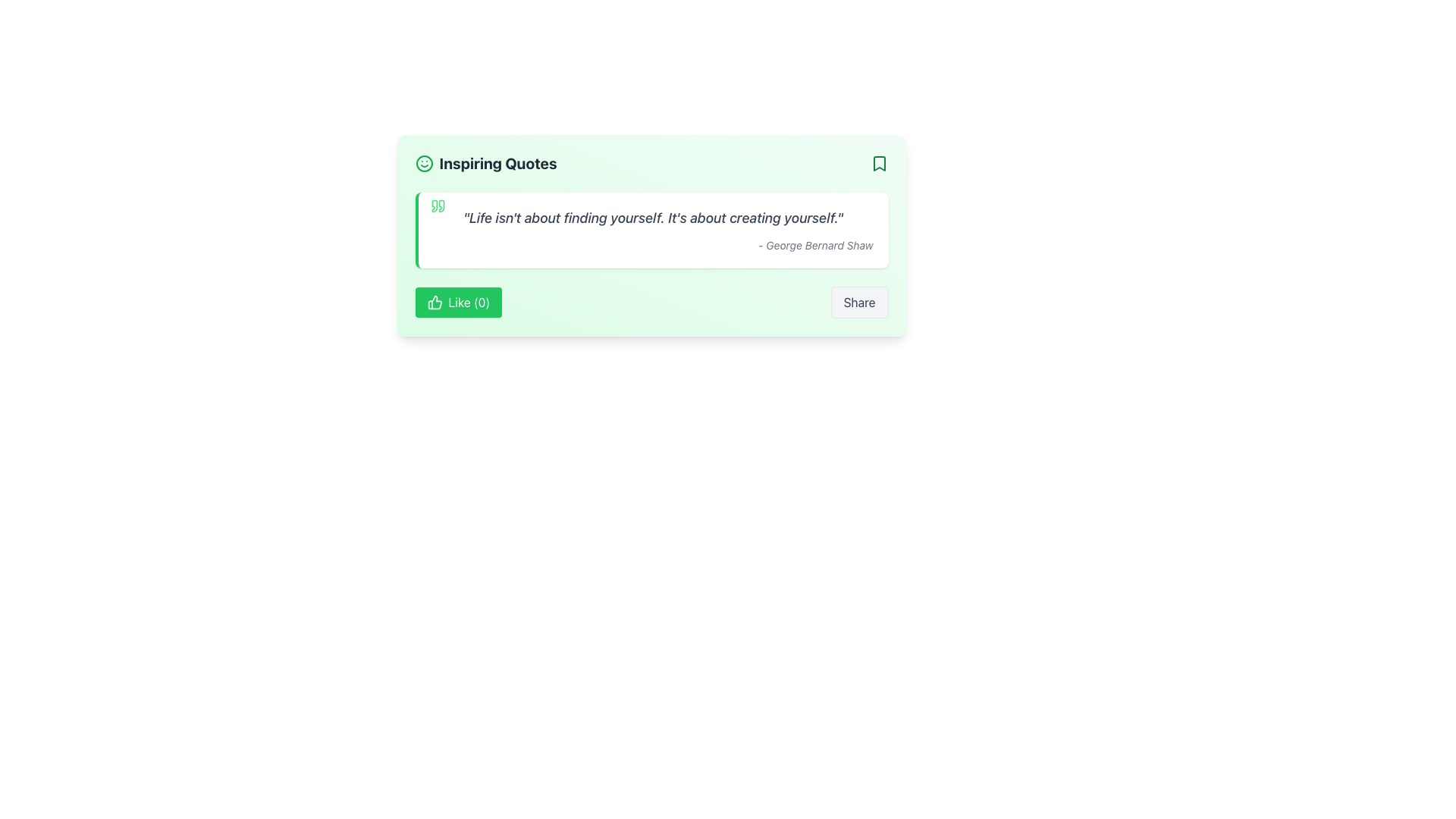 This screenshot has height=819, width=1456. I want to click on the 'Like (0)' button with a green background and thumbs-up icon, so click(457, 302).